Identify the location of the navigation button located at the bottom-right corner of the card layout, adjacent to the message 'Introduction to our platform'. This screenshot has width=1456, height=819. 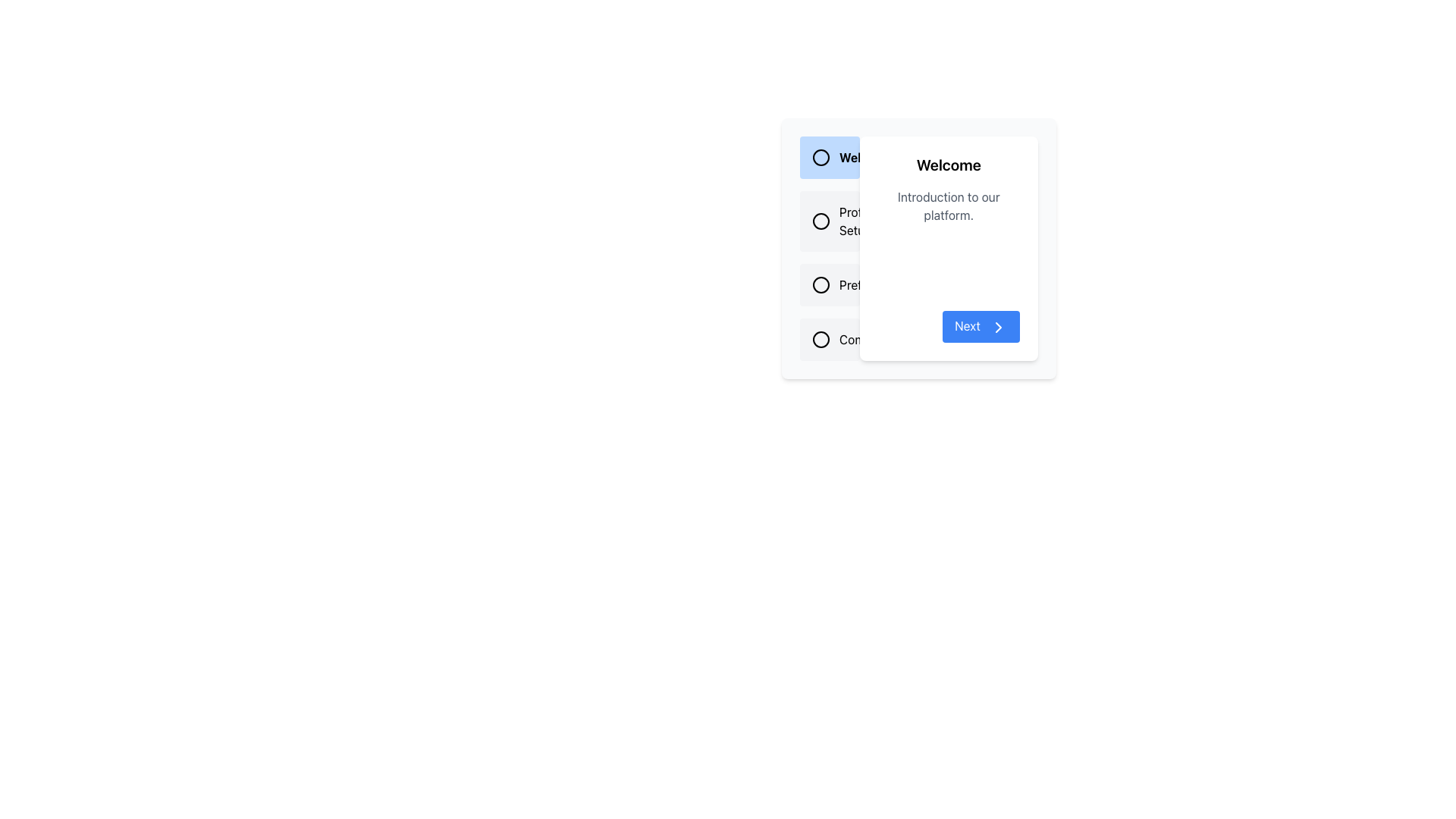
(948, 326).